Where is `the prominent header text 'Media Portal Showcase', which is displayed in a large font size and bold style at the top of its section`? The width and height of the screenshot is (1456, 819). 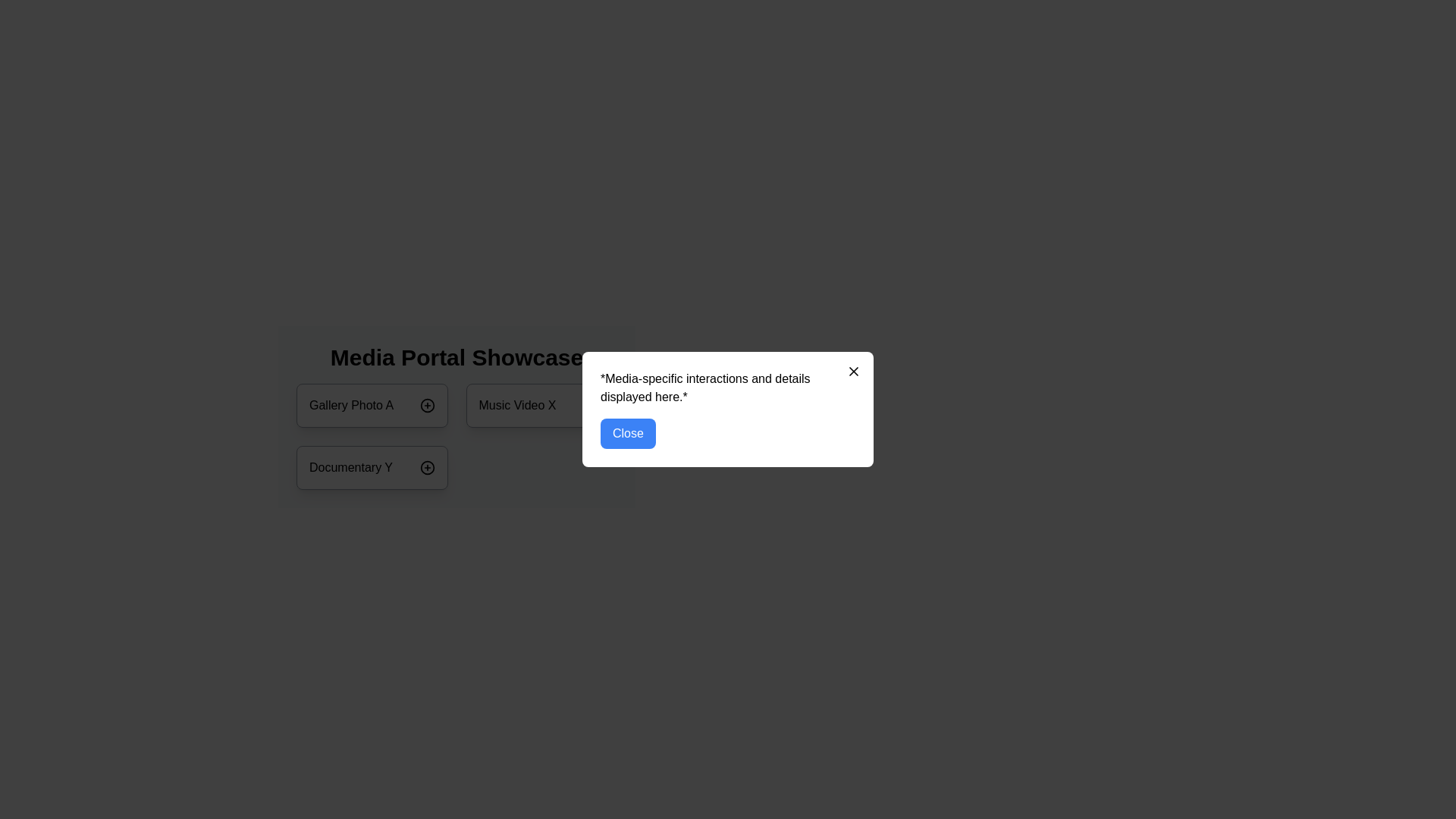 the prominent header text 'Media Portal Showcase', which is displayed in a large font size and bold style at the top of its section is located at coordinates (456, 357).